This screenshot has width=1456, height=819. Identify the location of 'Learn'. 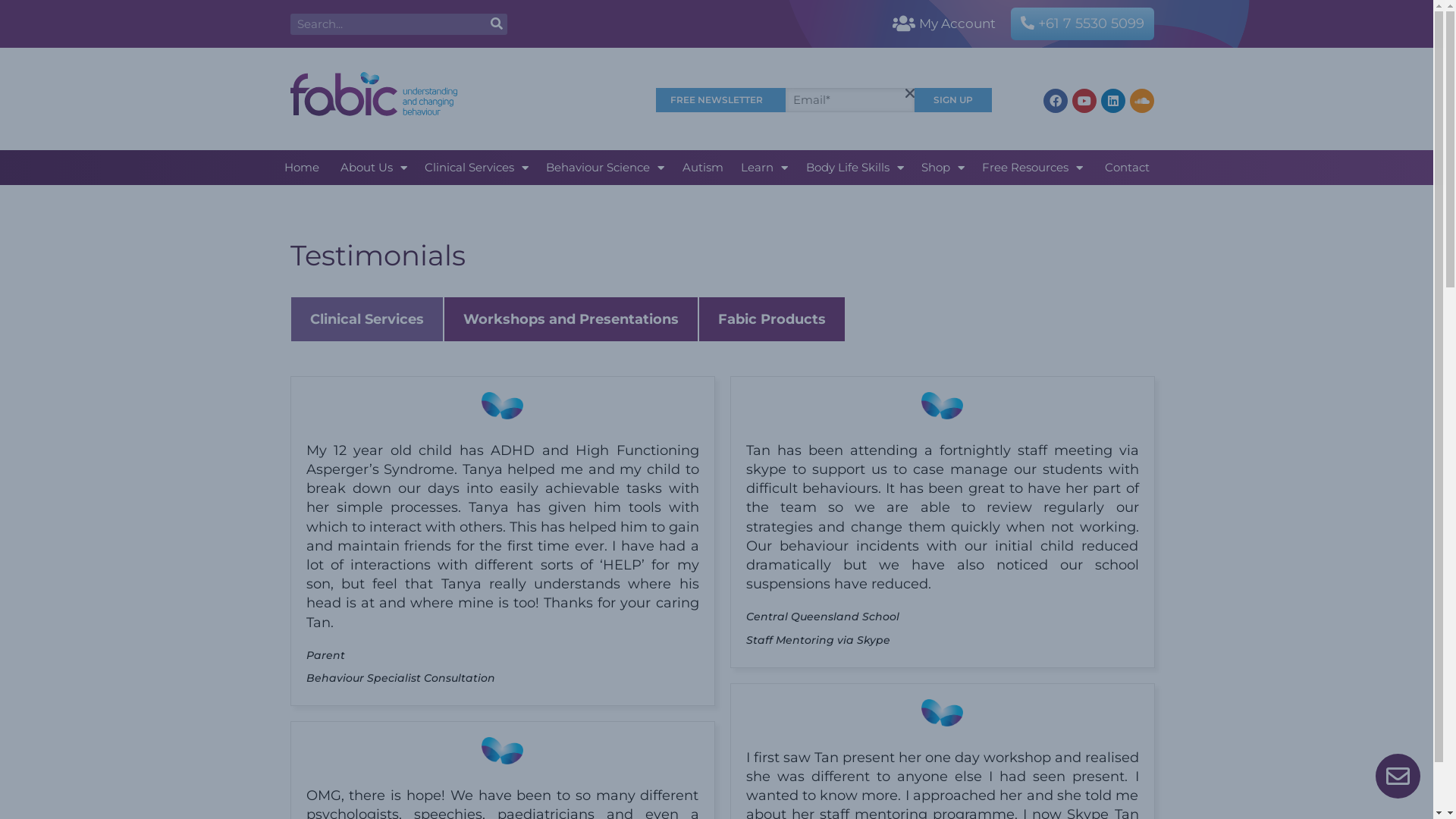
(764, 167).